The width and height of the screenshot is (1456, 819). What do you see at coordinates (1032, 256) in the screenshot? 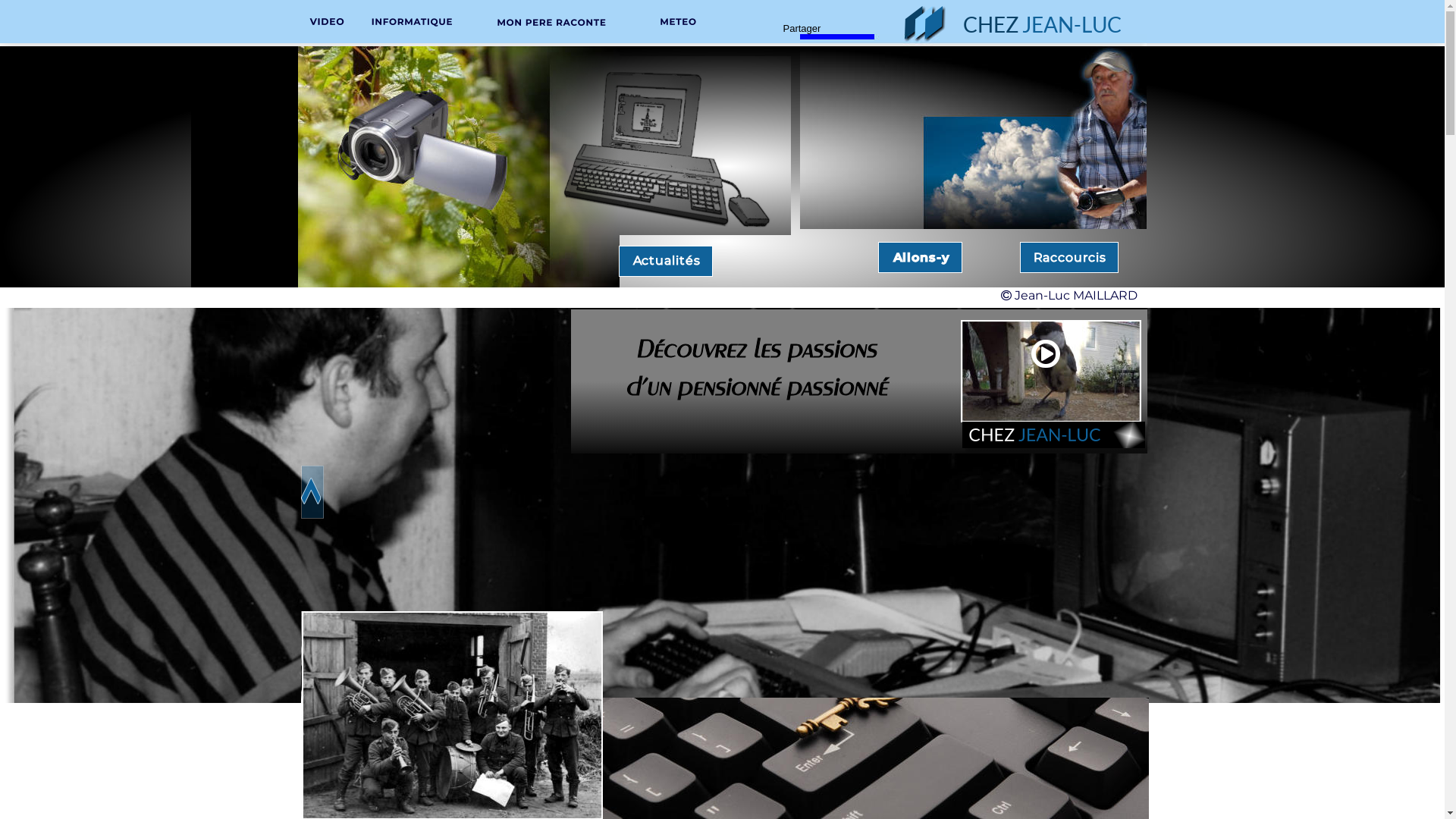
I see `'Raccourcis'` at bounding box center [1032, 256].